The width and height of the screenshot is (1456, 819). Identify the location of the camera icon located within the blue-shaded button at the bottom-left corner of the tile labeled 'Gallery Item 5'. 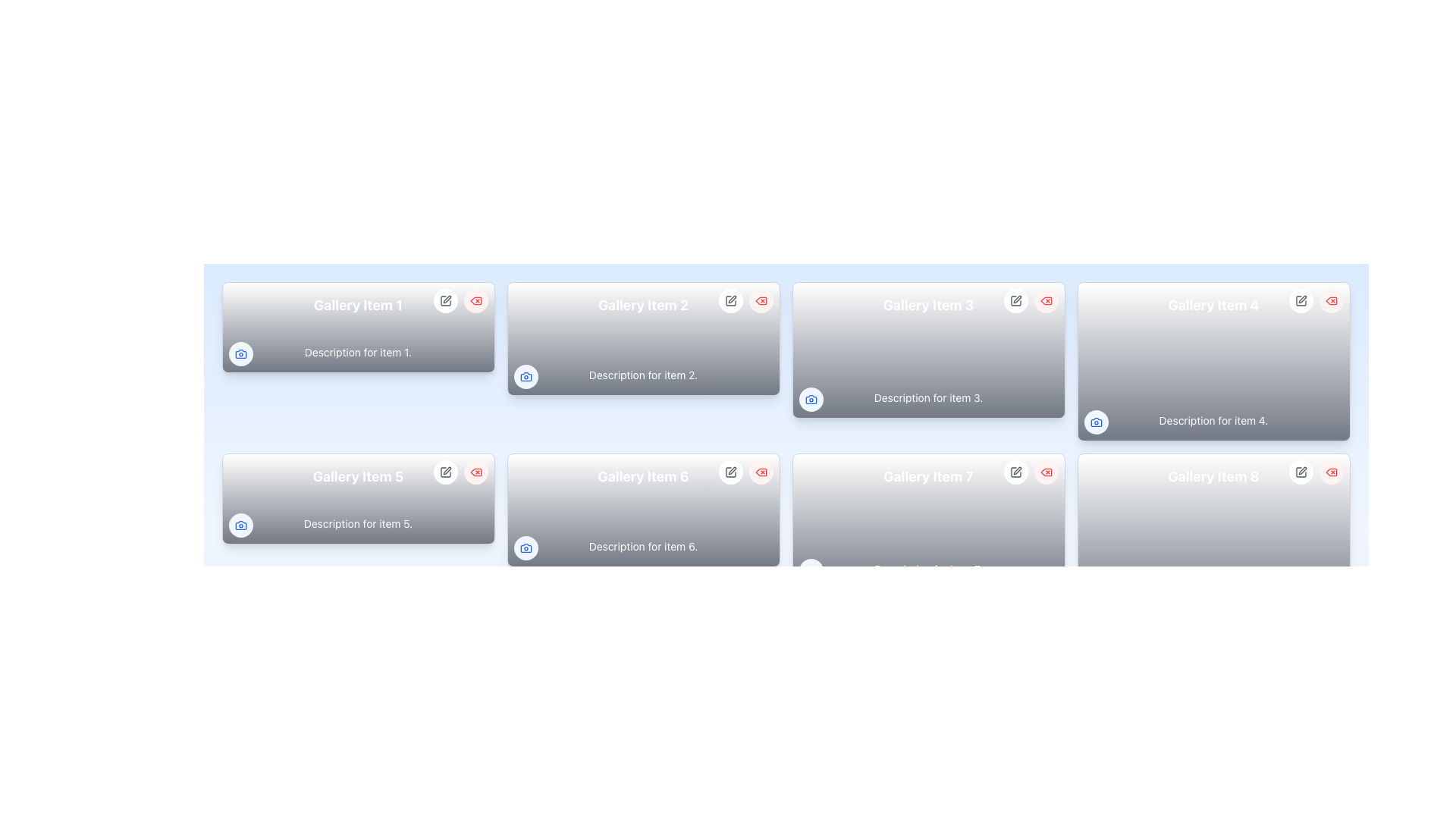
(240, 525).